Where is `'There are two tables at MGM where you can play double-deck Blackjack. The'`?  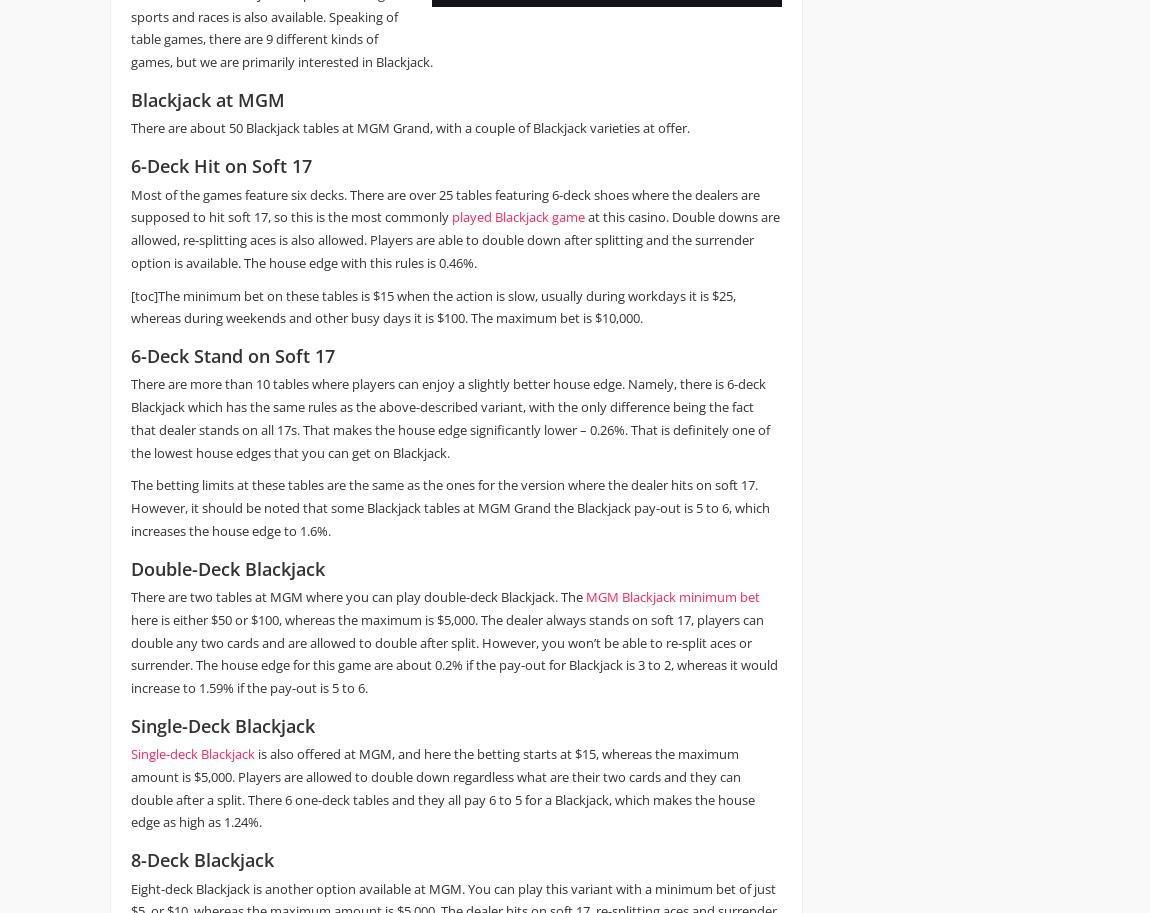
'There are two tables at MGM where you can play double-deck Blackjack. The' is located at coordinates (358, 597).